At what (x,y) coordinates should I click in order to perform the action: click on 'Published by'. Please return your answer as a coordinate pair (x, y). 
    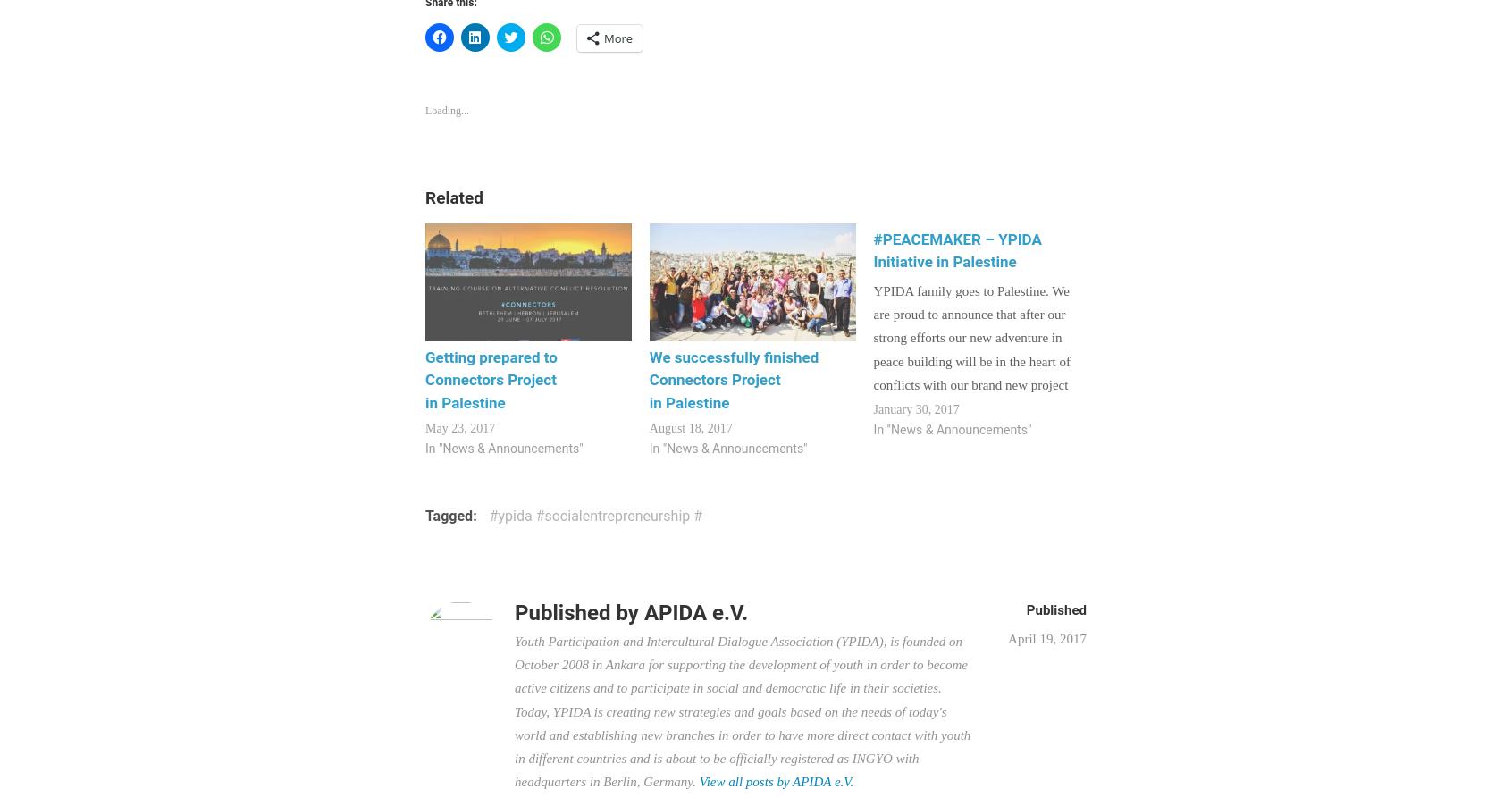
    Looking at the image, I should click on (579, 612).